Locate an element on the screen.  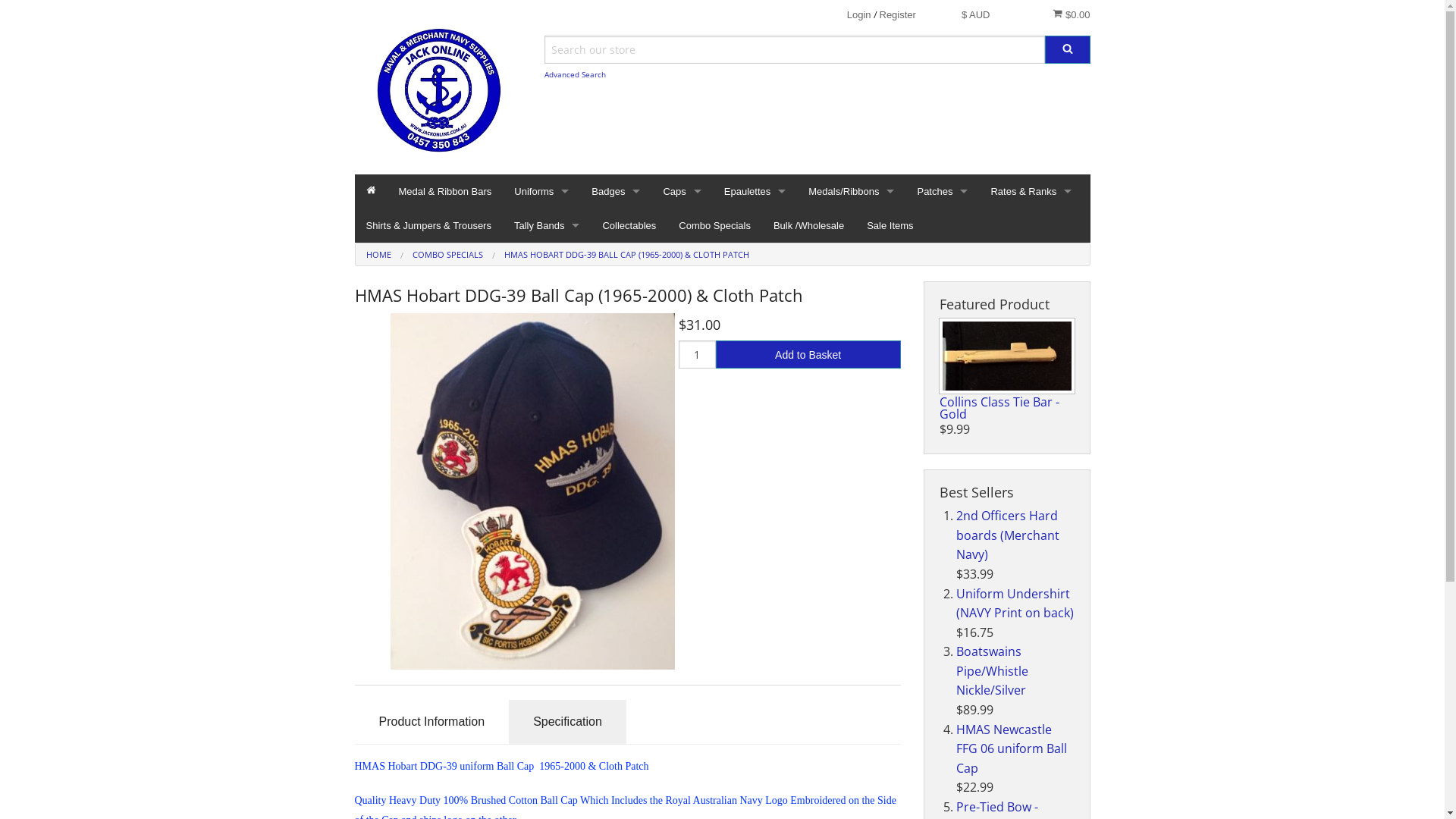
'Add to Basket' is located at coordinates (807, 354).